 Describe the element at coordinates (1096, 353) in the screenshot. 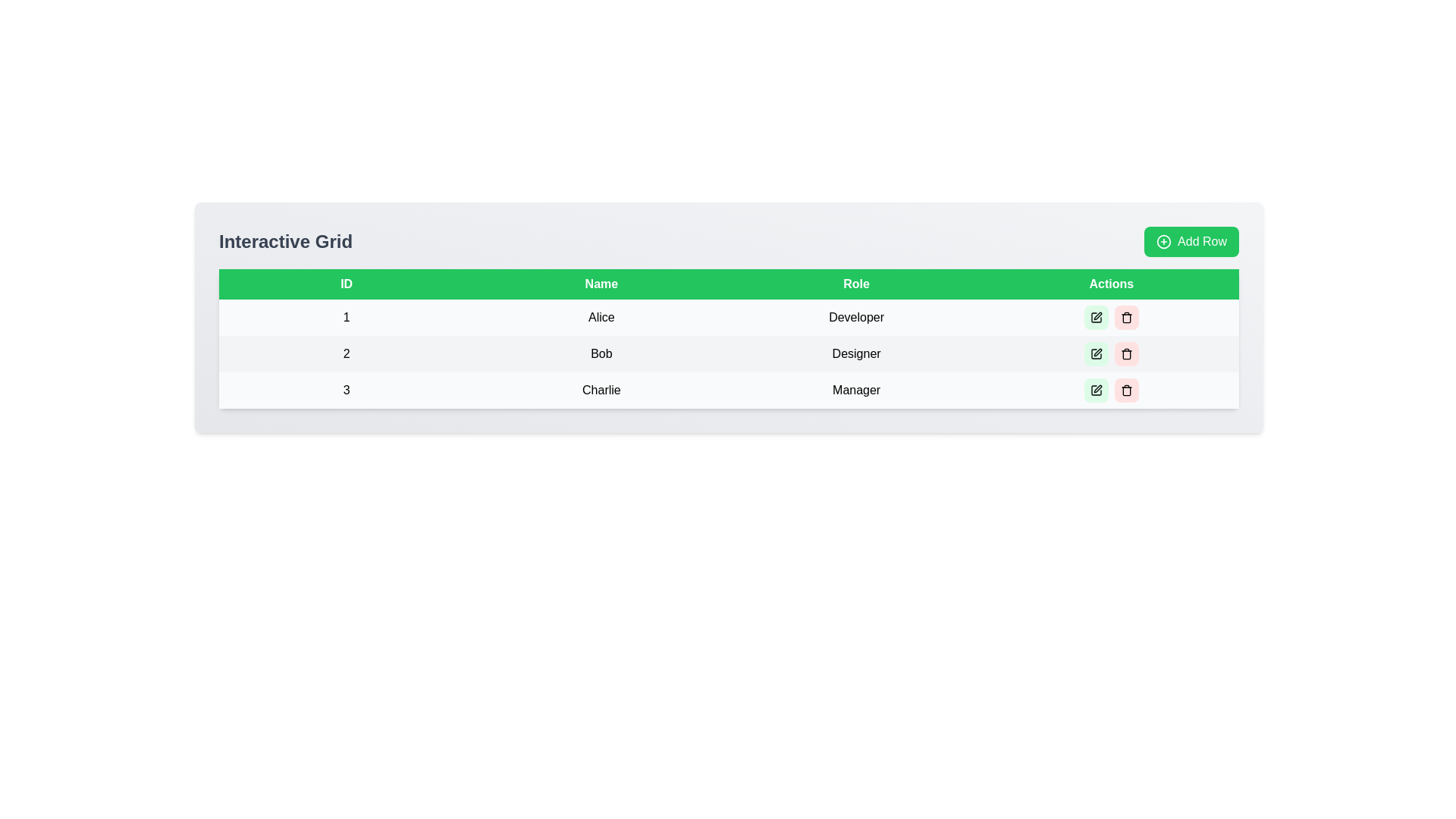

I see `the edit icon in the 'Actions' column of the second row corresponding to 'Bob, Designer' in the interactive grid` at that location.